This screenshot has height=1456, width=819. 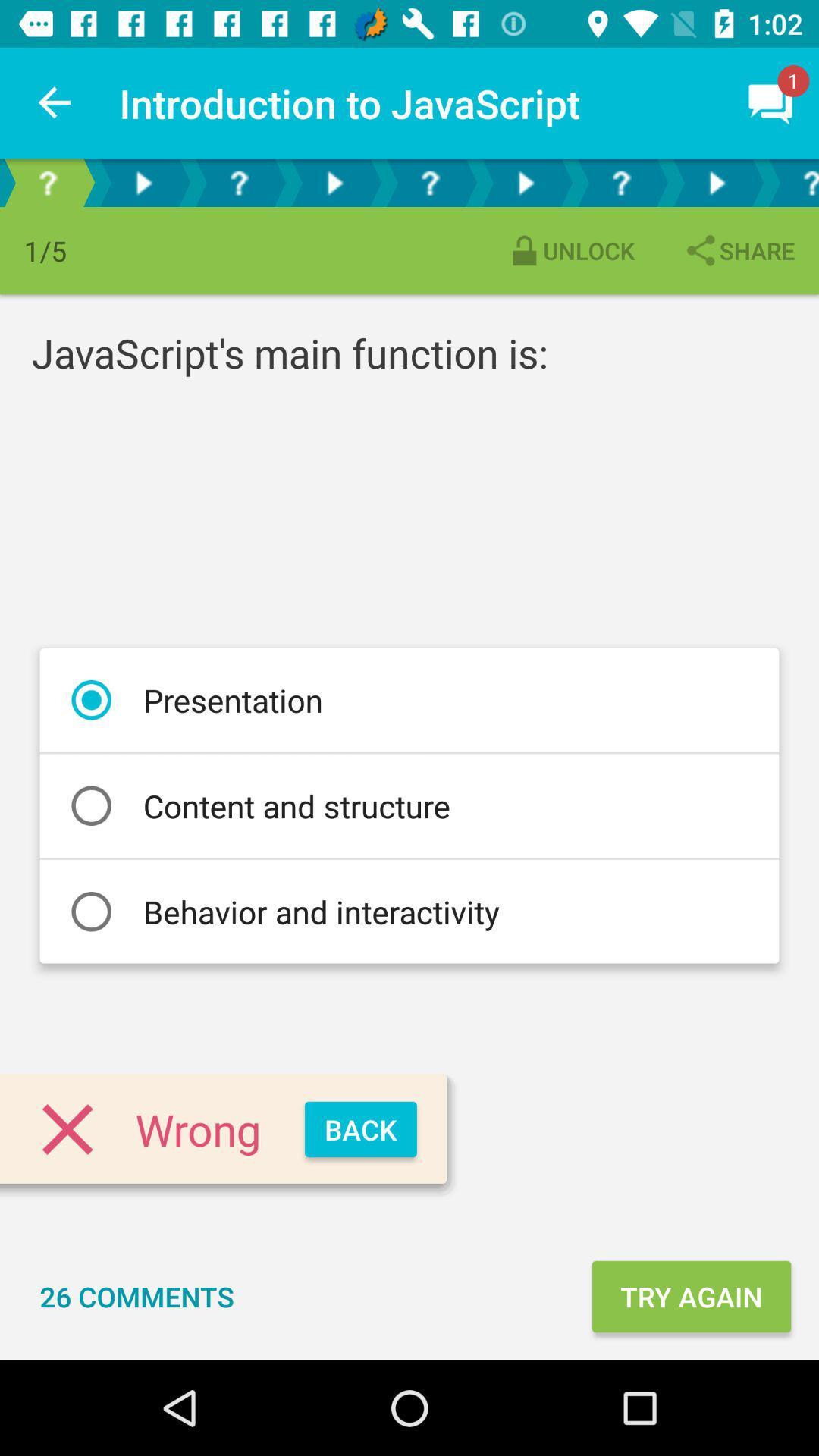 I want to click on the icon to the left of introduction to javascript, so click(x=55, y=102).